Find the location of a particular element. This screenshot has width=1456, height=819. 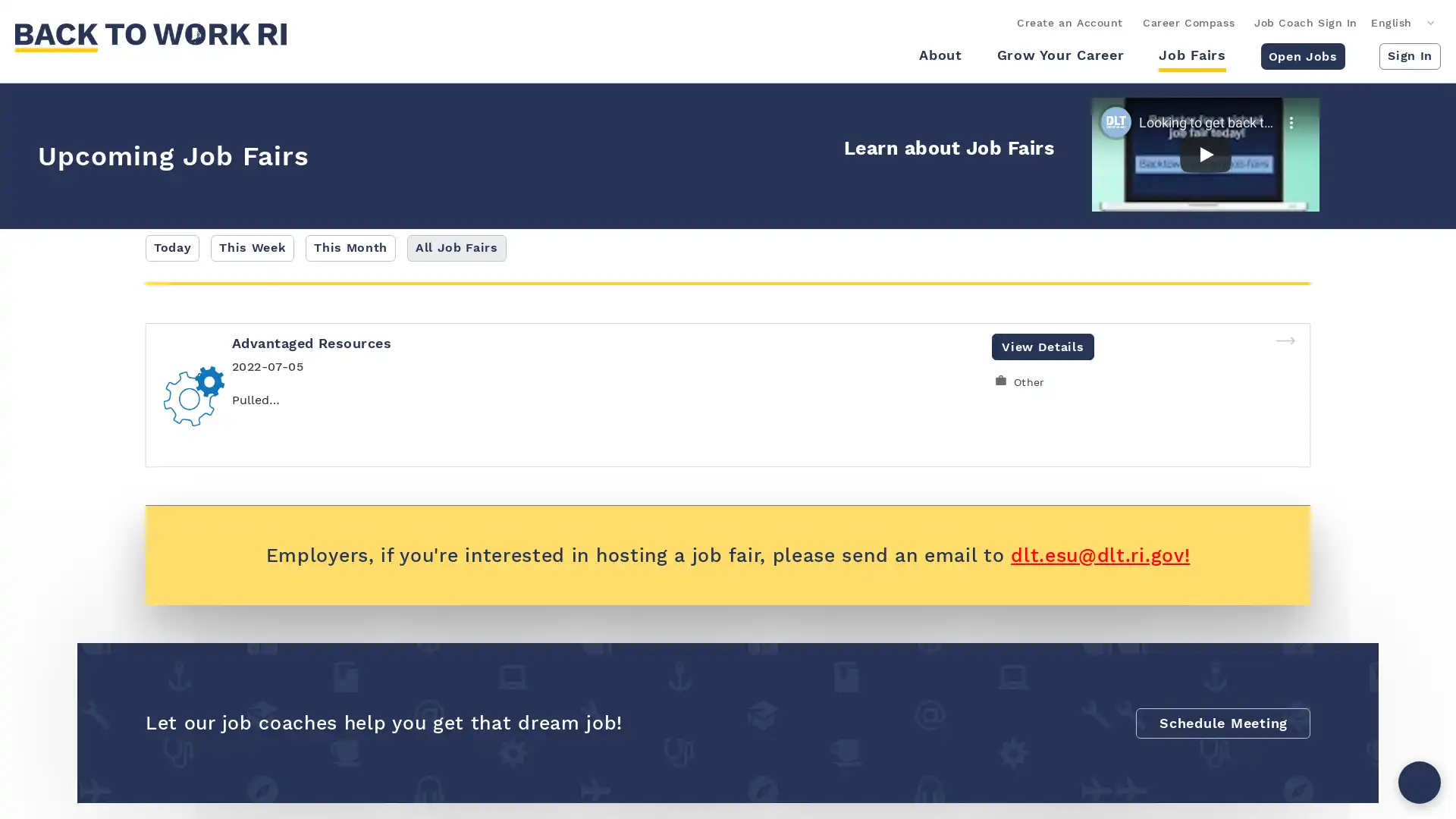

Schedule Meeting is located at coordinates (1222, 721).